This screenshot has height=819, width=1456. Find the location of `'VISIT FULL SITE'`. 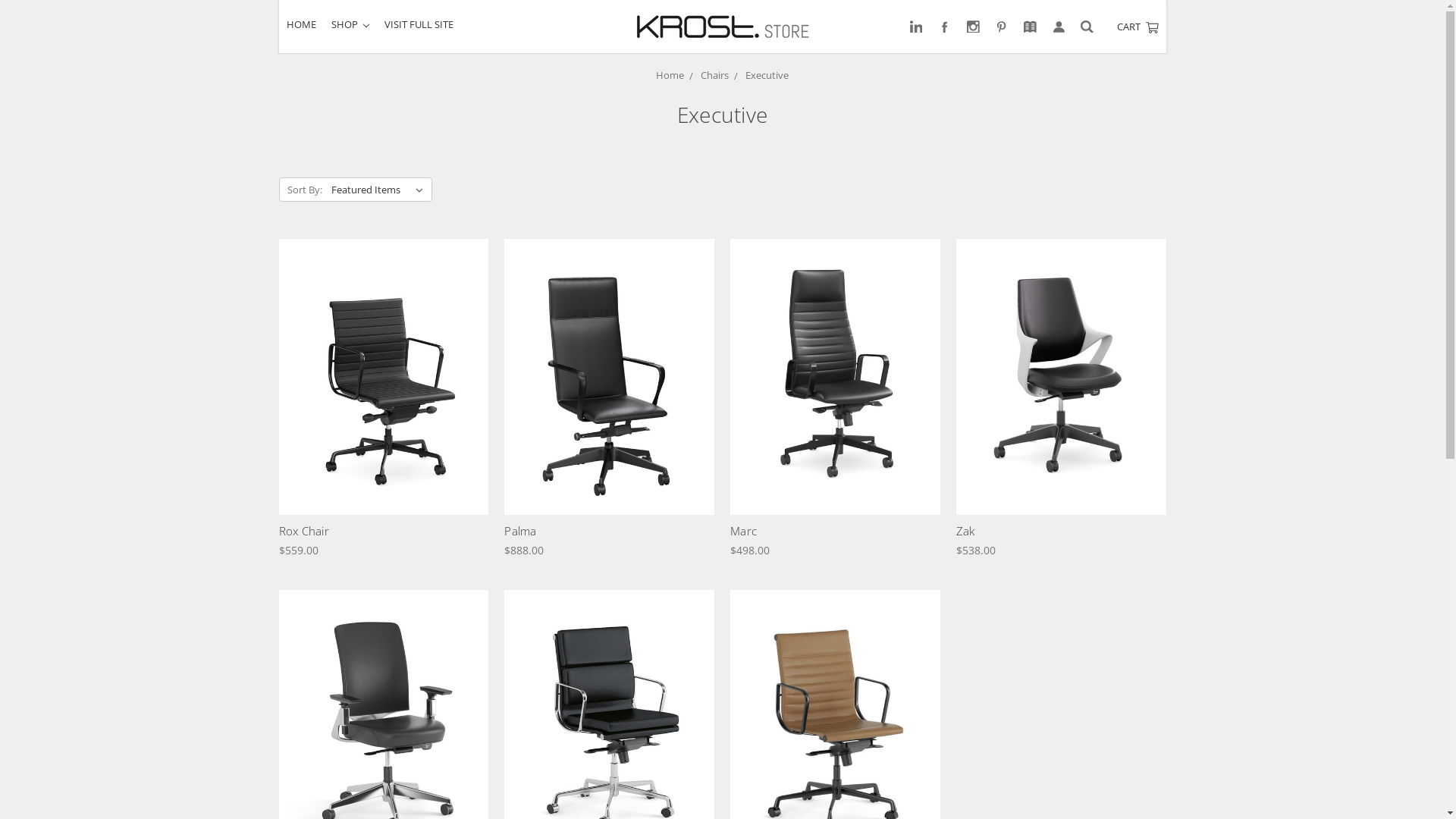

'VISIT FULL SITE' is located at coordinates (419, 24).